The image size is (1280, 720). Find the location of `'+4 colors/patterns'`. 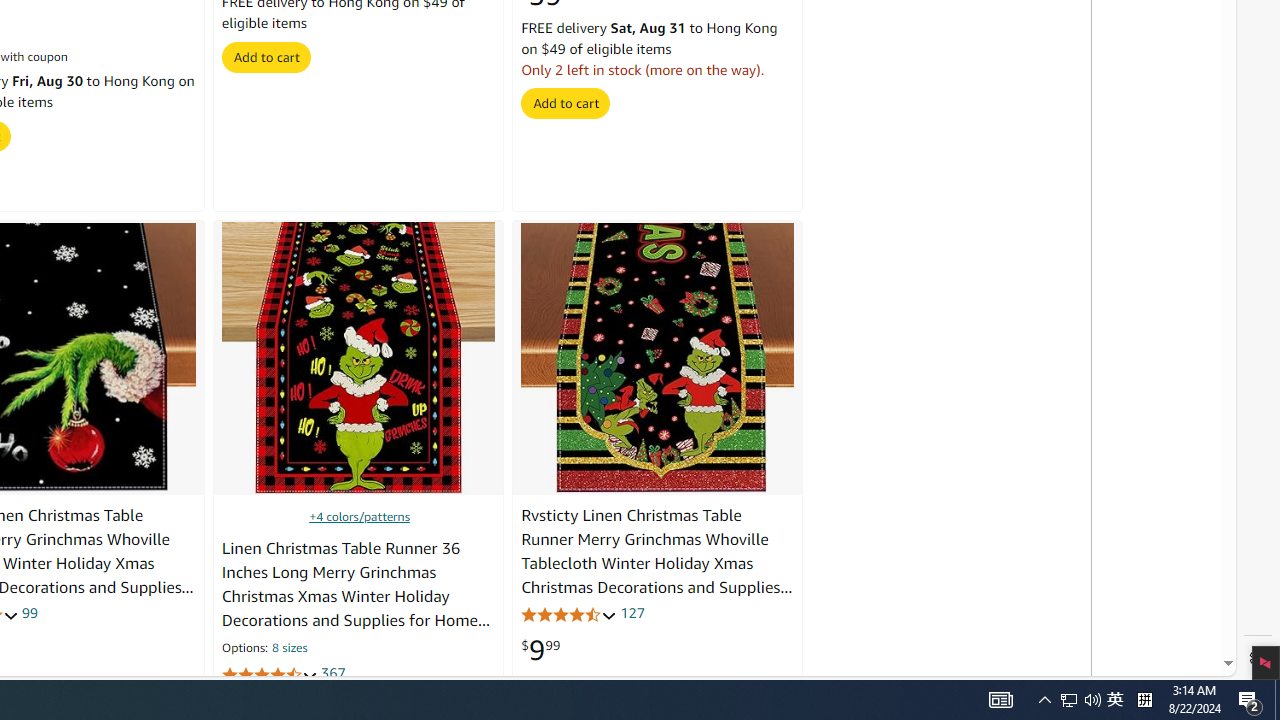

'+4 colors/patterns' is located at coordinates (359, 515).